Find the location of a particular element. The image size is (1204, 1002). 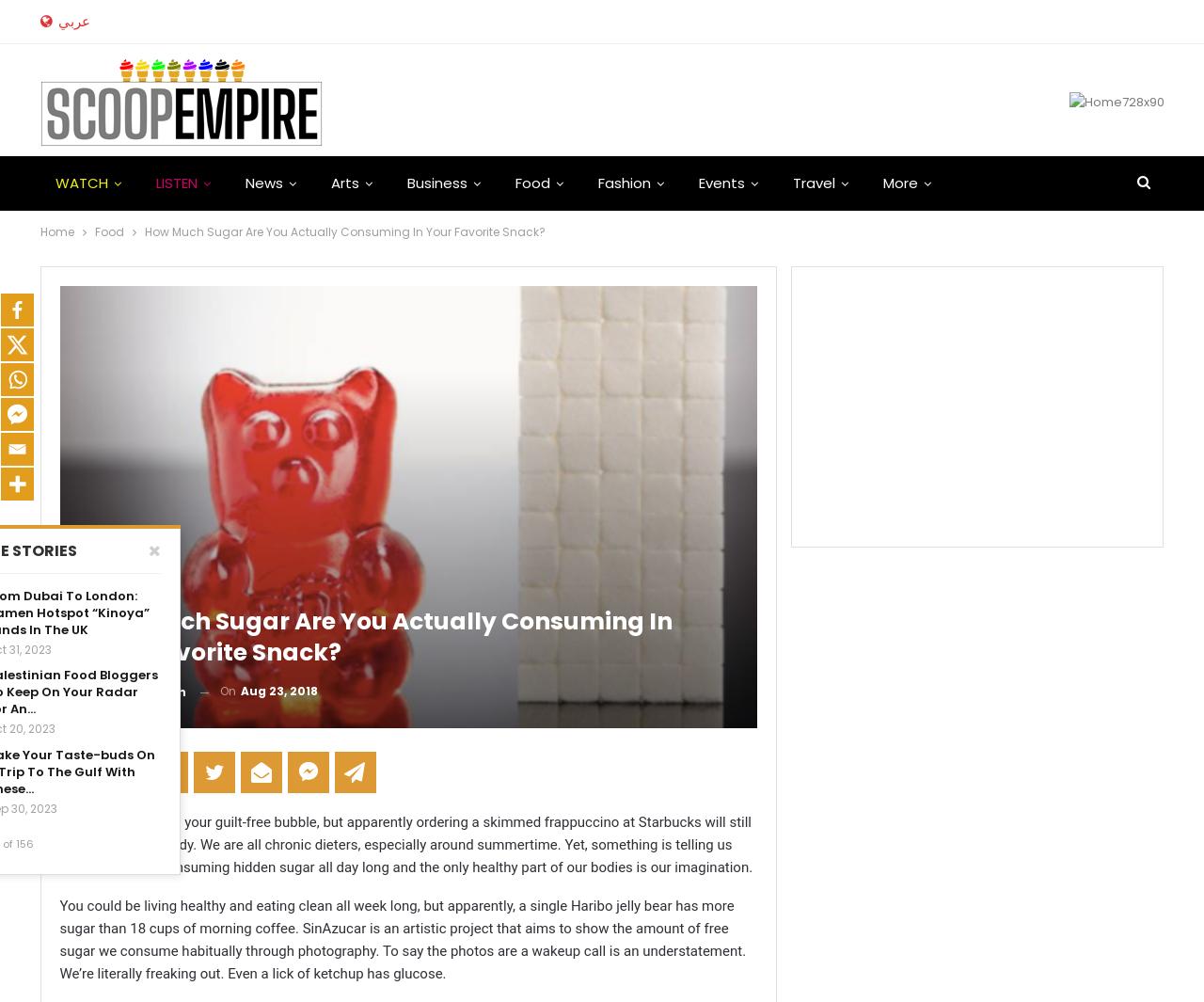

'Arts' is located at coordinates (343, 182).